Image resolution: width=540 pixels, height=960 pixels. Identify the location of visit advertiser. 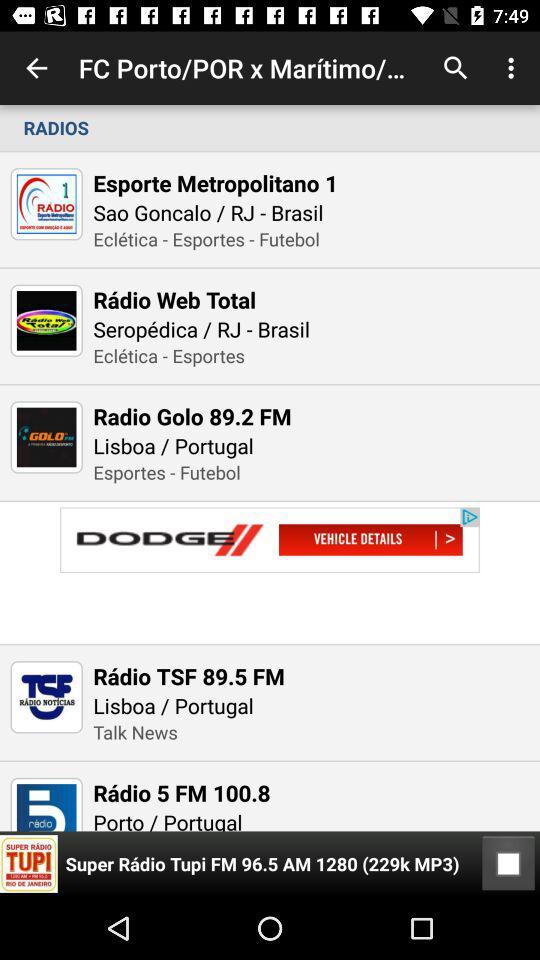
(270, 573).